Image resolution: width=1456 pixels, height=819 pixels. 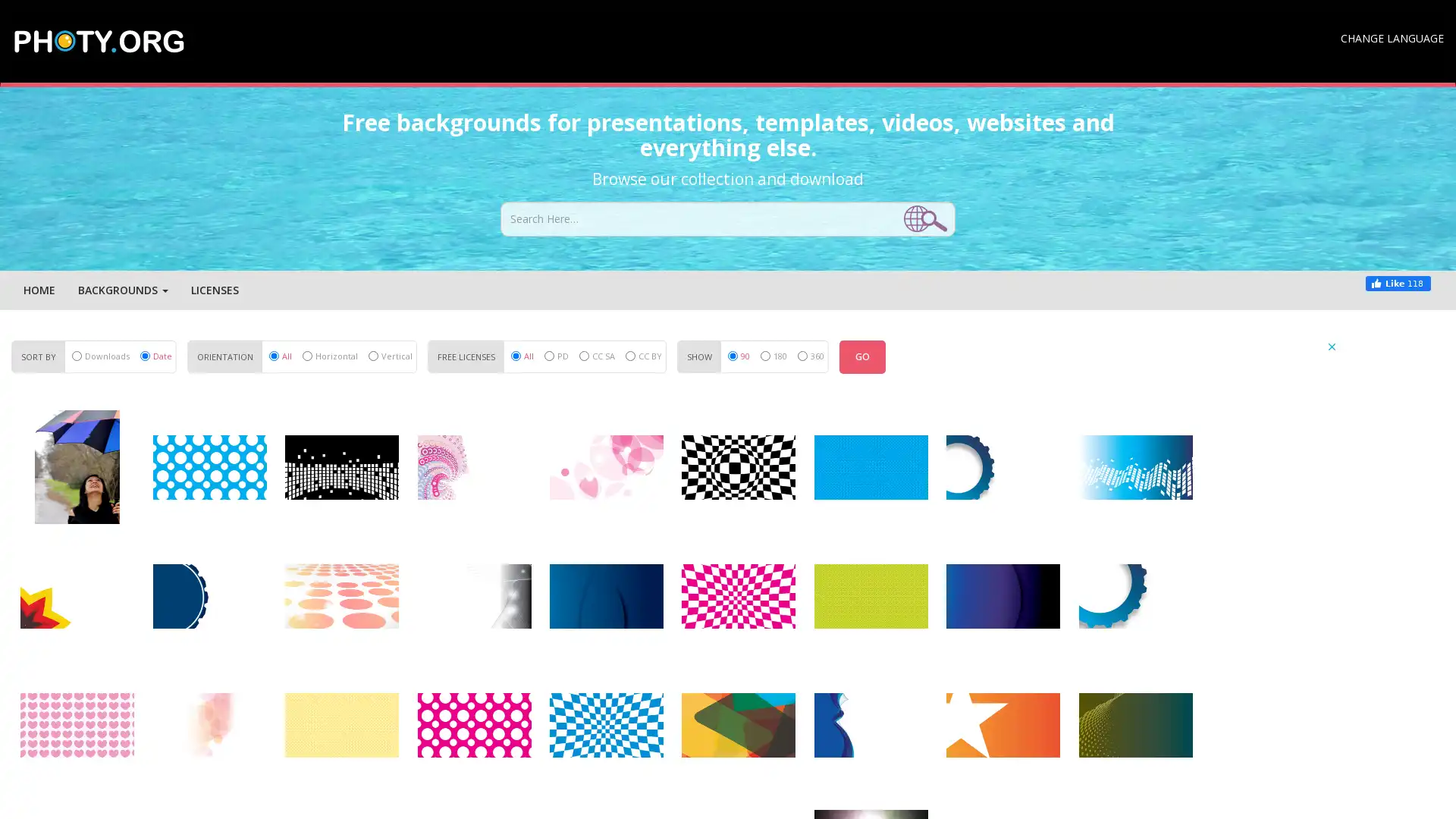 I want to click on GO, so click(x=862, y=356).